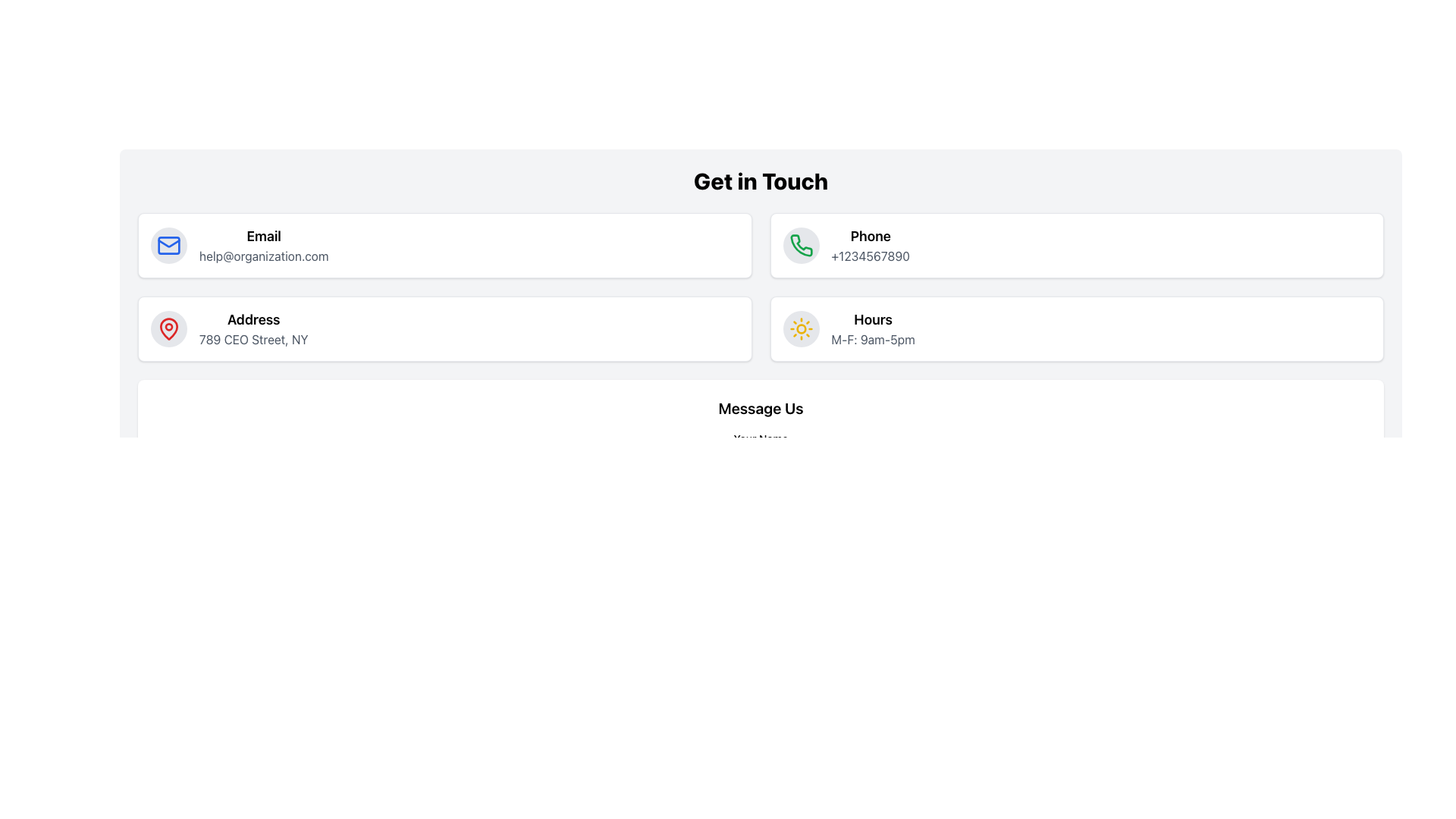 This screenshot has height=819, width=1456. Describe the element at coordinates (800, 328) in the screenshot. I see `the small filled circle within the sun icon located in the 'Hours' section of the interface, which is to the right of the 'Phone' section and below the 'Get in Touch' heading` at that location.